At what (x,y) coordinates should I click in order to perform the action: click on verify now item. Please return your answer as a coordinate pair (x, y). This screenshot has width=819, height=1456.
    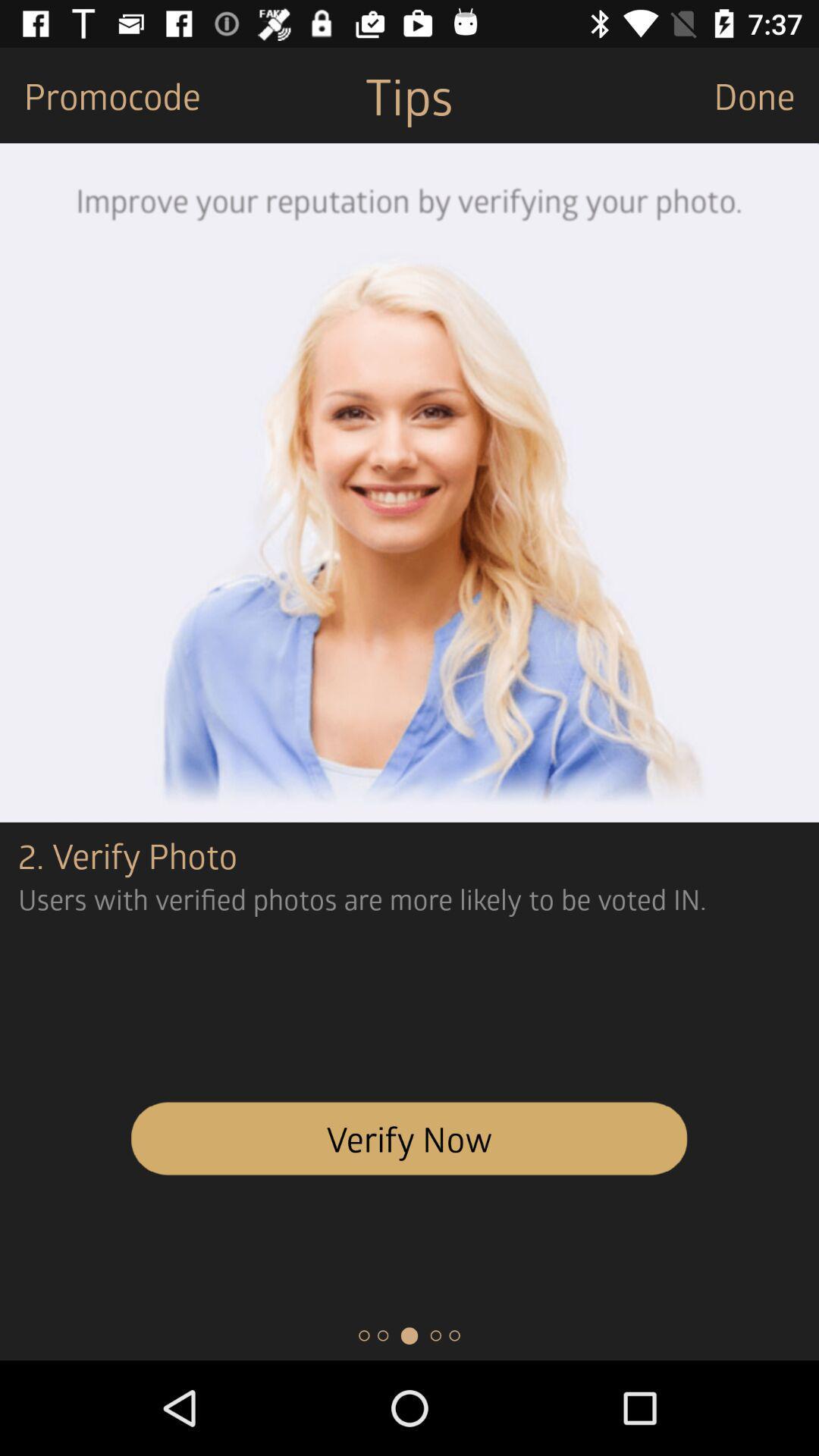
    Looking at the image, I should click on (409, 1138).